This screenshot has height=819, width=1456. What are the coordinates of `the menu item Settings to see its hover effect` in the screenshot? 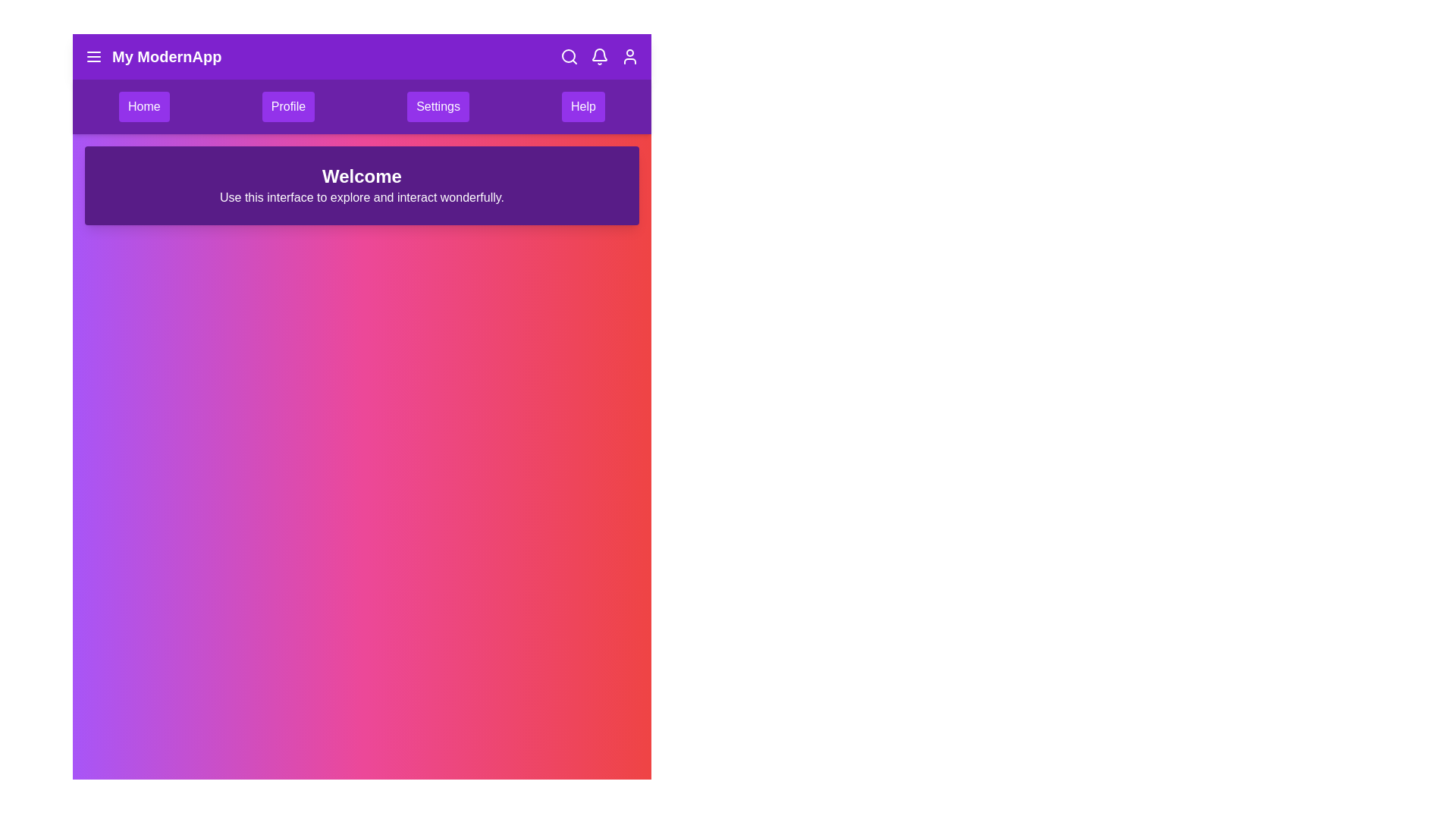 It's located at (437, 106).